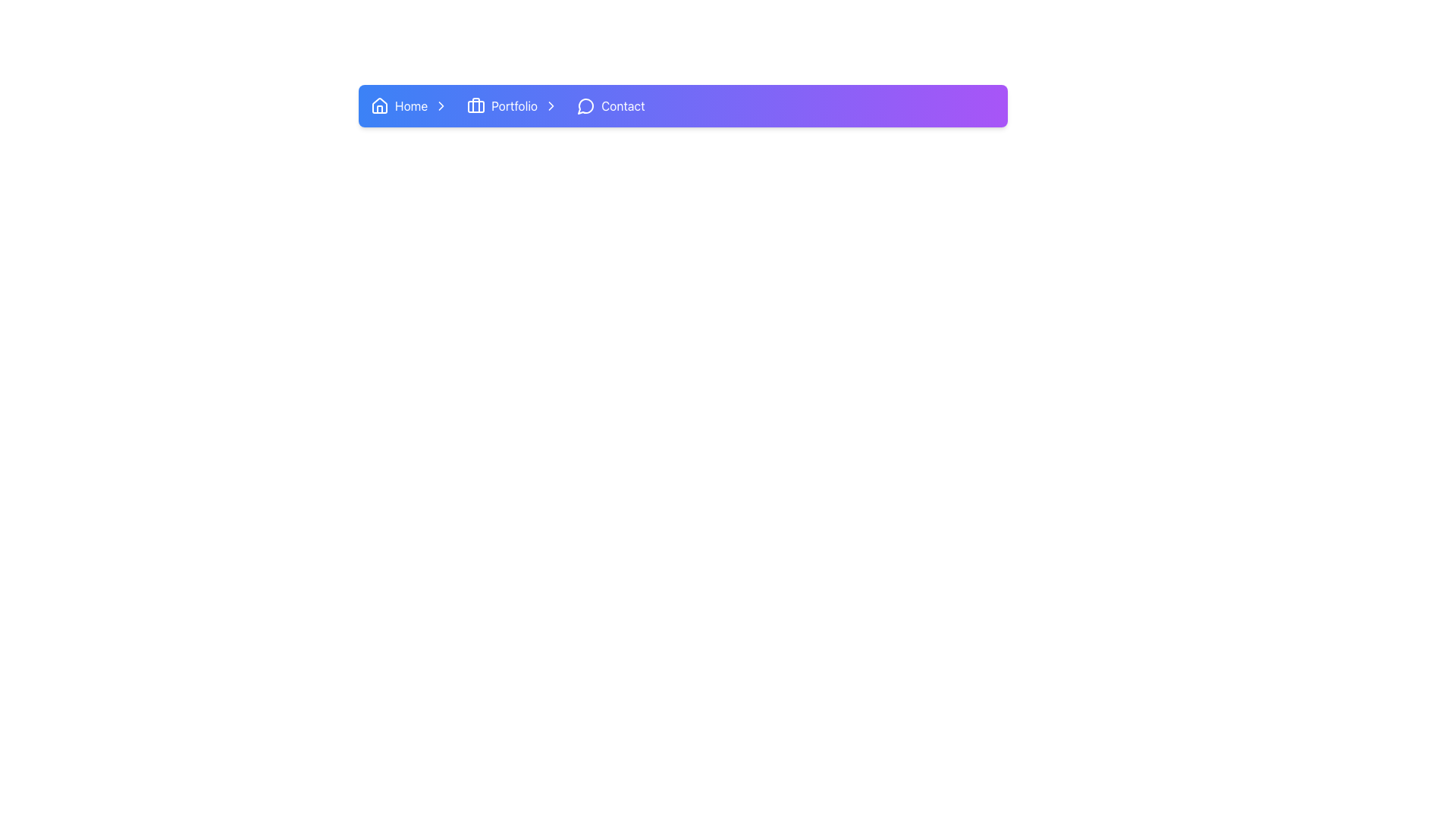 The height and width of the screenshot is (819, 1456). What do you see at coordinates (379, 105) in the screenshot?
I see `the house-shaped icon in the breadcrumb navigation bar` at bounding box center [379, 105].